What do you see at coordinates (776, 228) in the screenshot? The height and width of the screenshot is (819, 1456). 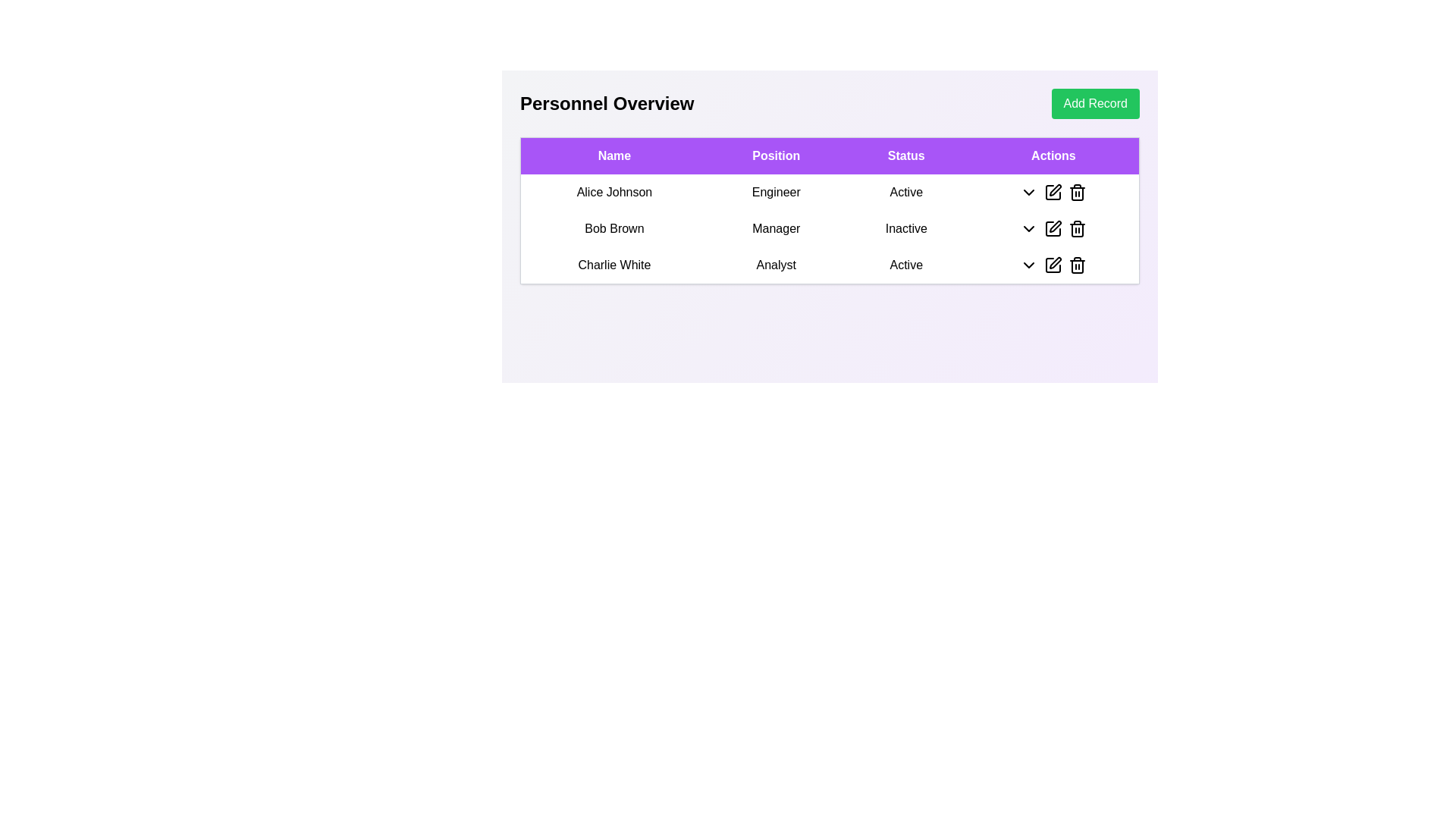 I see `the 'Manager' text label that indicates the position of 'Bob Brown' in the second row of the table under the 'Position' column` at bounding box center [776, 228].